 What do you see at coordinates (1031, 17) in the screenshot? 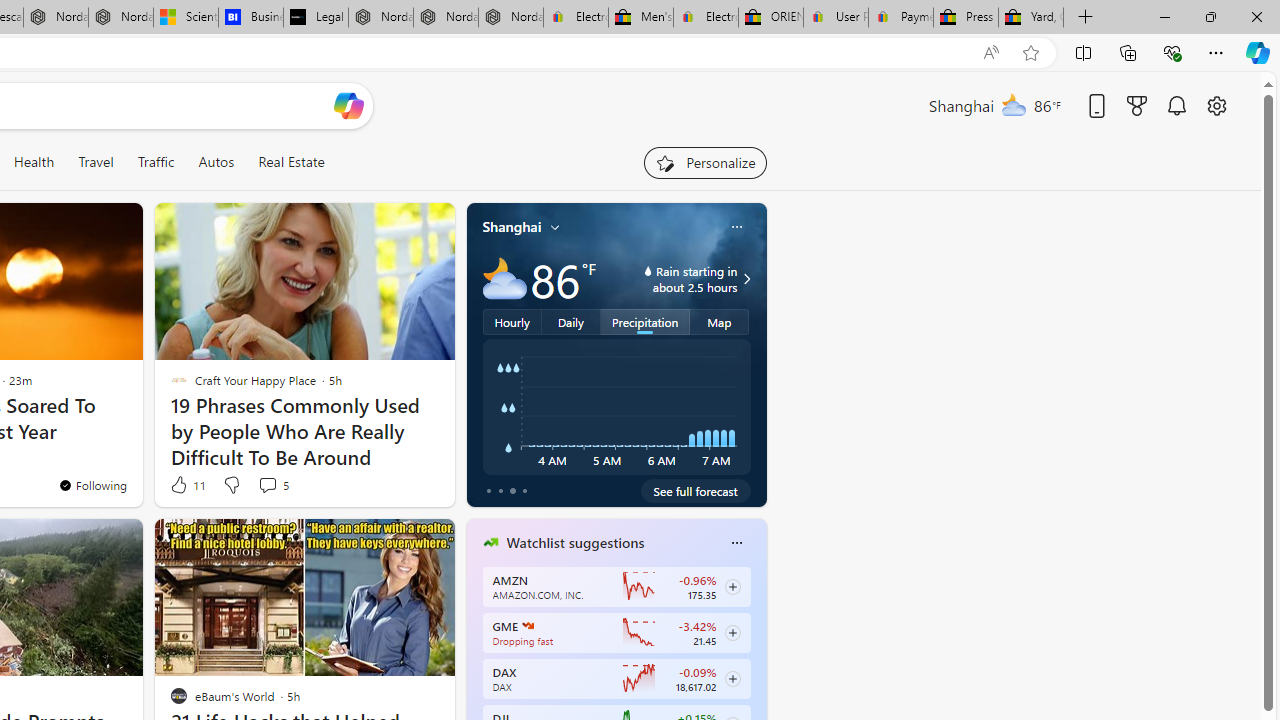
I see `'Yard, Garden & Outdoor Living'` at bounding box center [1031, 17].